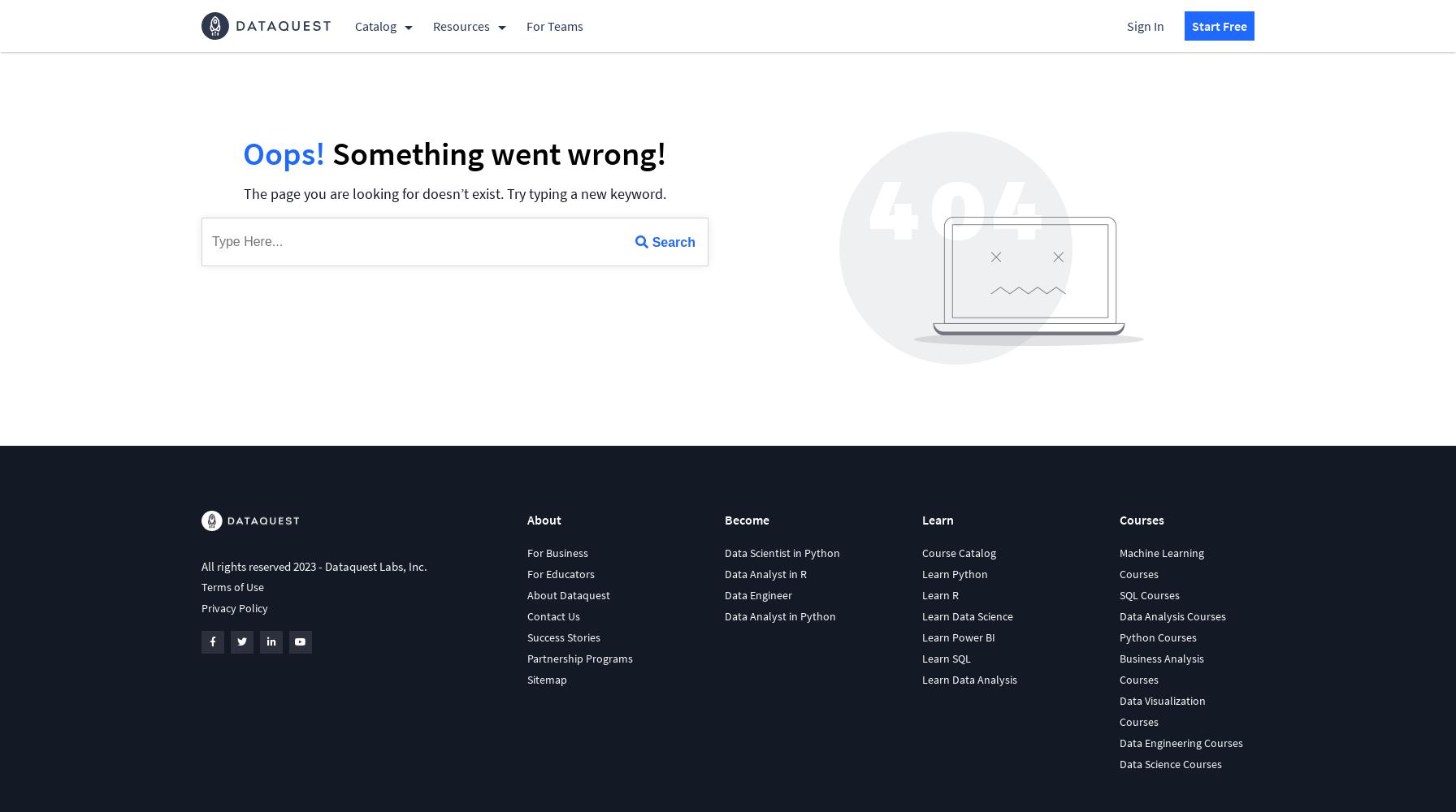 The height and width of the screenshot is (812, 1456). I want to click on 'Success Stories', so click(562, 637).